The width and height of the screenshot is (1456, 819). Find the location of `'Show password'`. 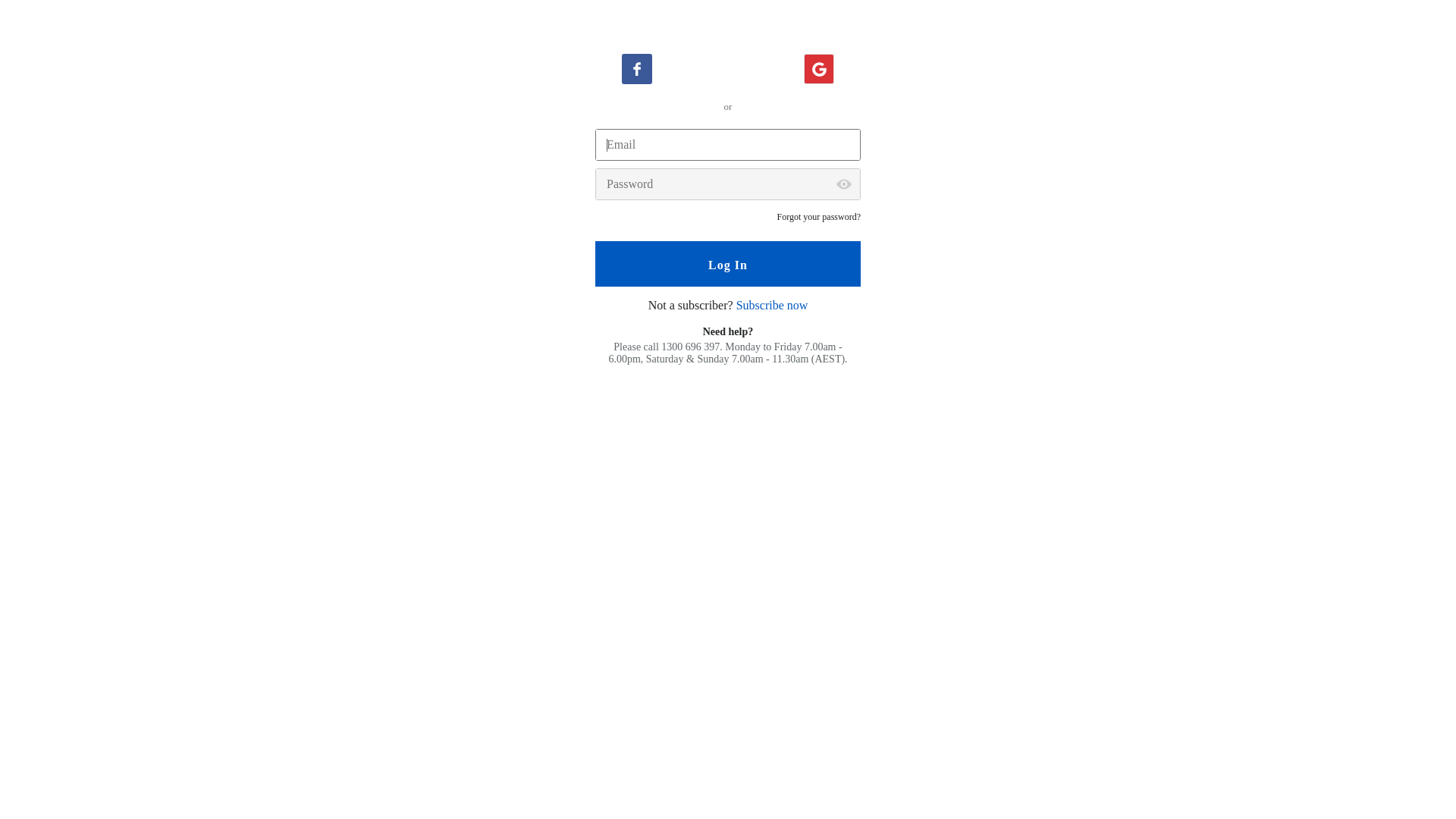

'Show password' is located at coordinates (843, 184).